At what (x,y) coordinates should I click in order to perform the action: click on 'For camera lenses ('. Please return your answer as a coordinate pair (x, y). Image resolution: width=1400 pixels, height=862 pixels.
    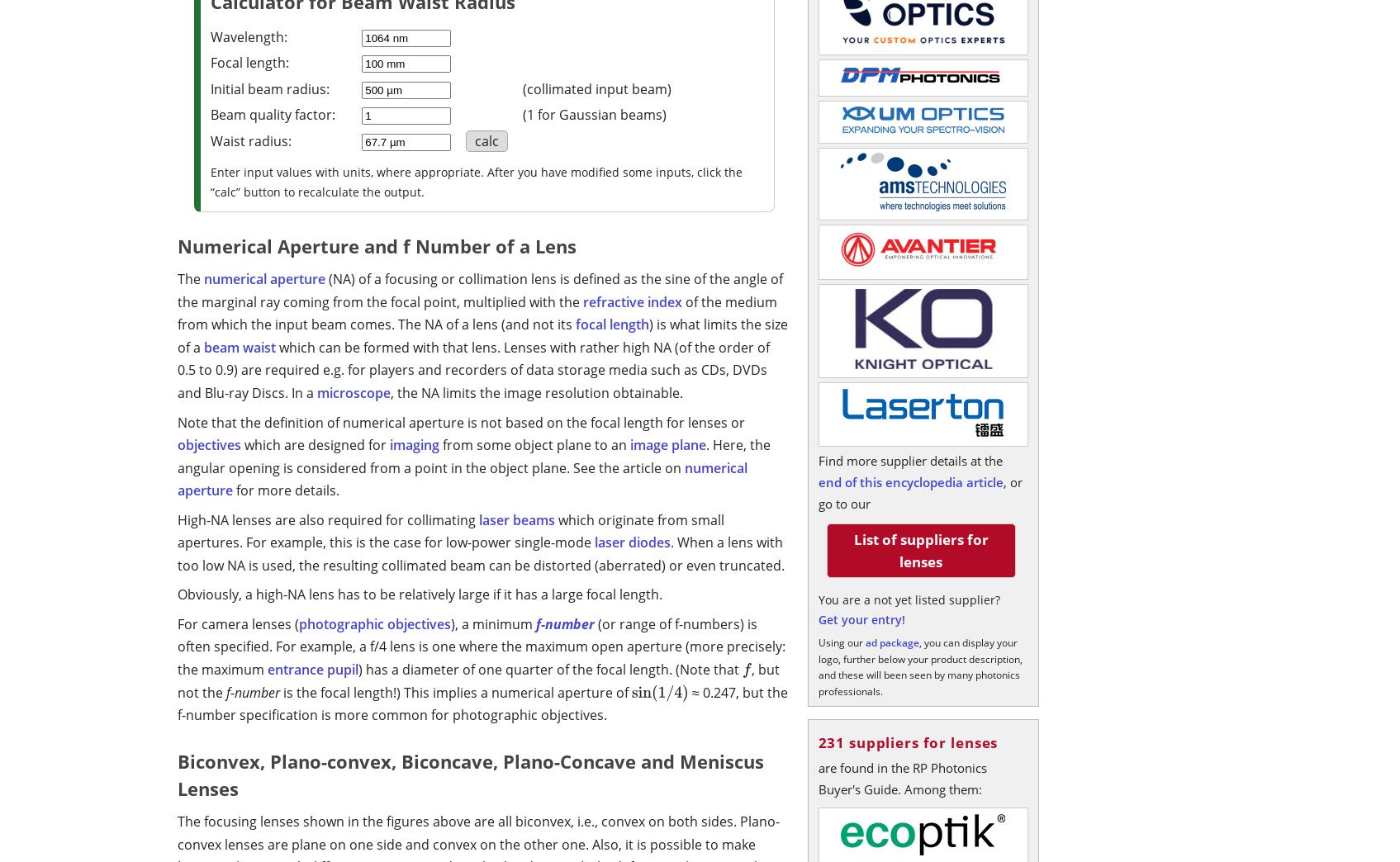
    Looking at the image, I should click on (176, 623).